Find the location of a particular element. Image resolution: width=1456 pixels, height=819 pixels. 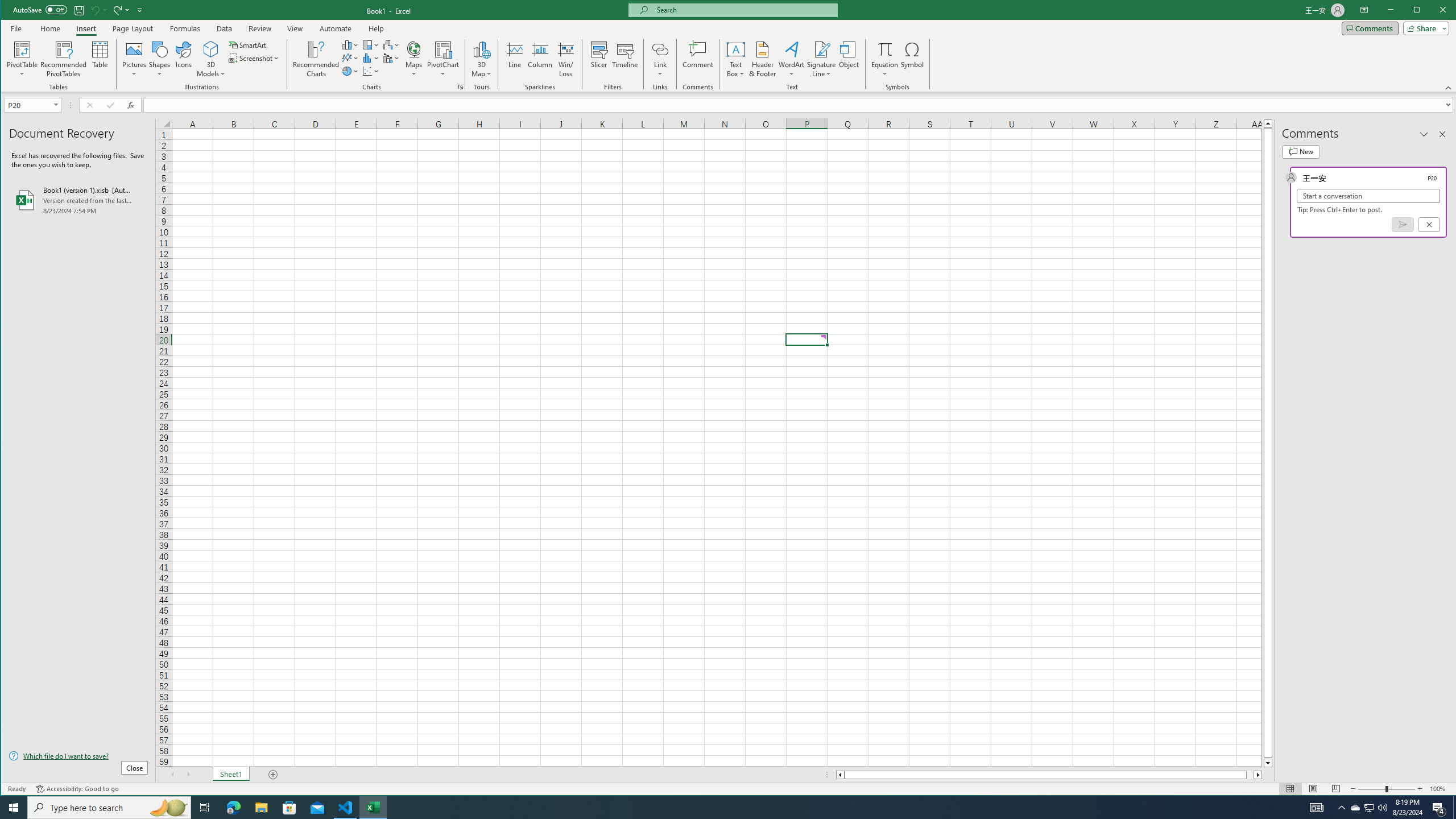

'Insert Column or Bar Chart' is located at coordinates (350, 44).